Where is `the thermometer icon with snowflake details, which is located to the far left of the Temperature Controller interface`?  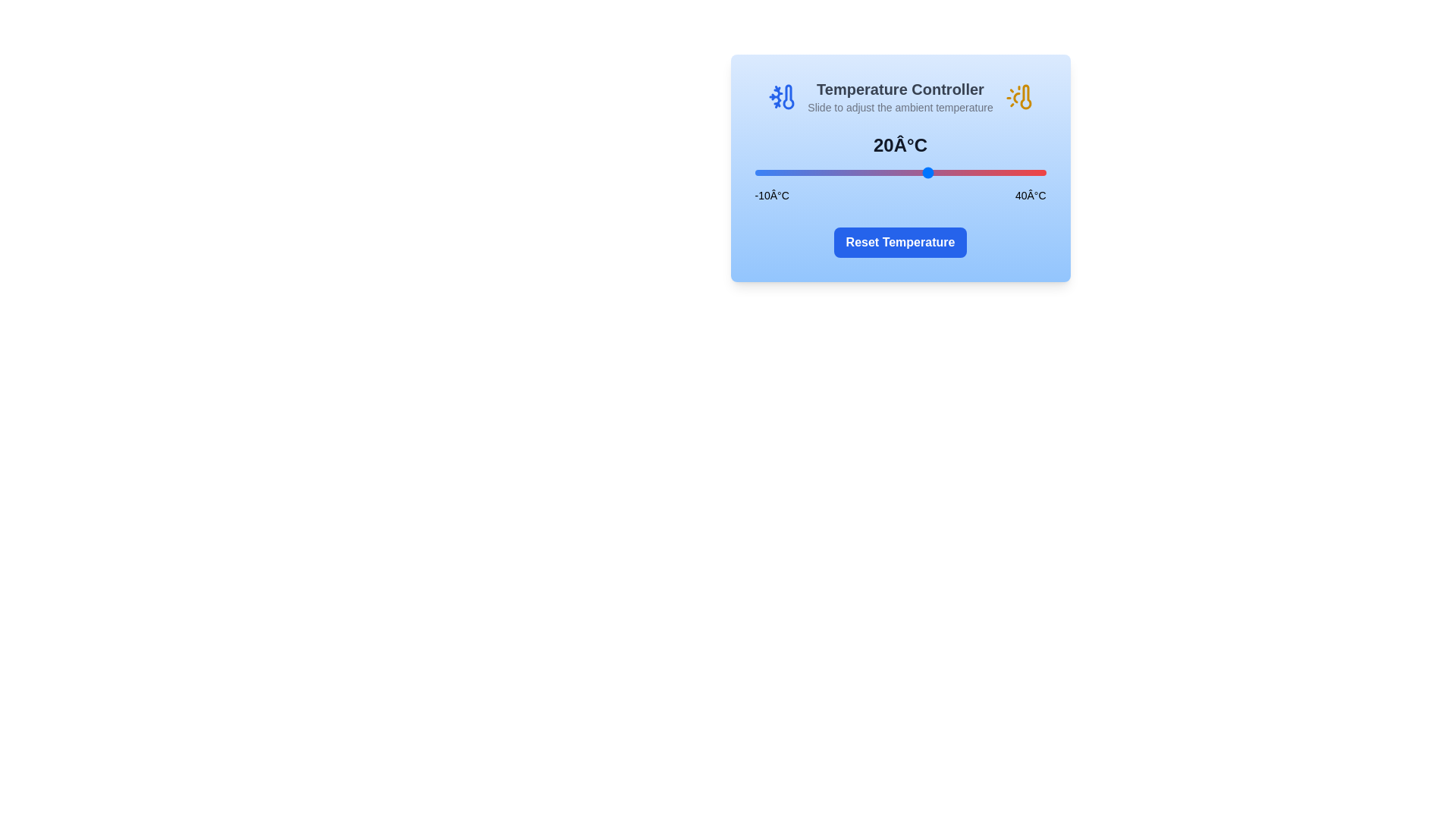 the thermometer icon with snowflake details, which is located to the far left of the Temperature Controller interface is located at coordinates (779, 90).